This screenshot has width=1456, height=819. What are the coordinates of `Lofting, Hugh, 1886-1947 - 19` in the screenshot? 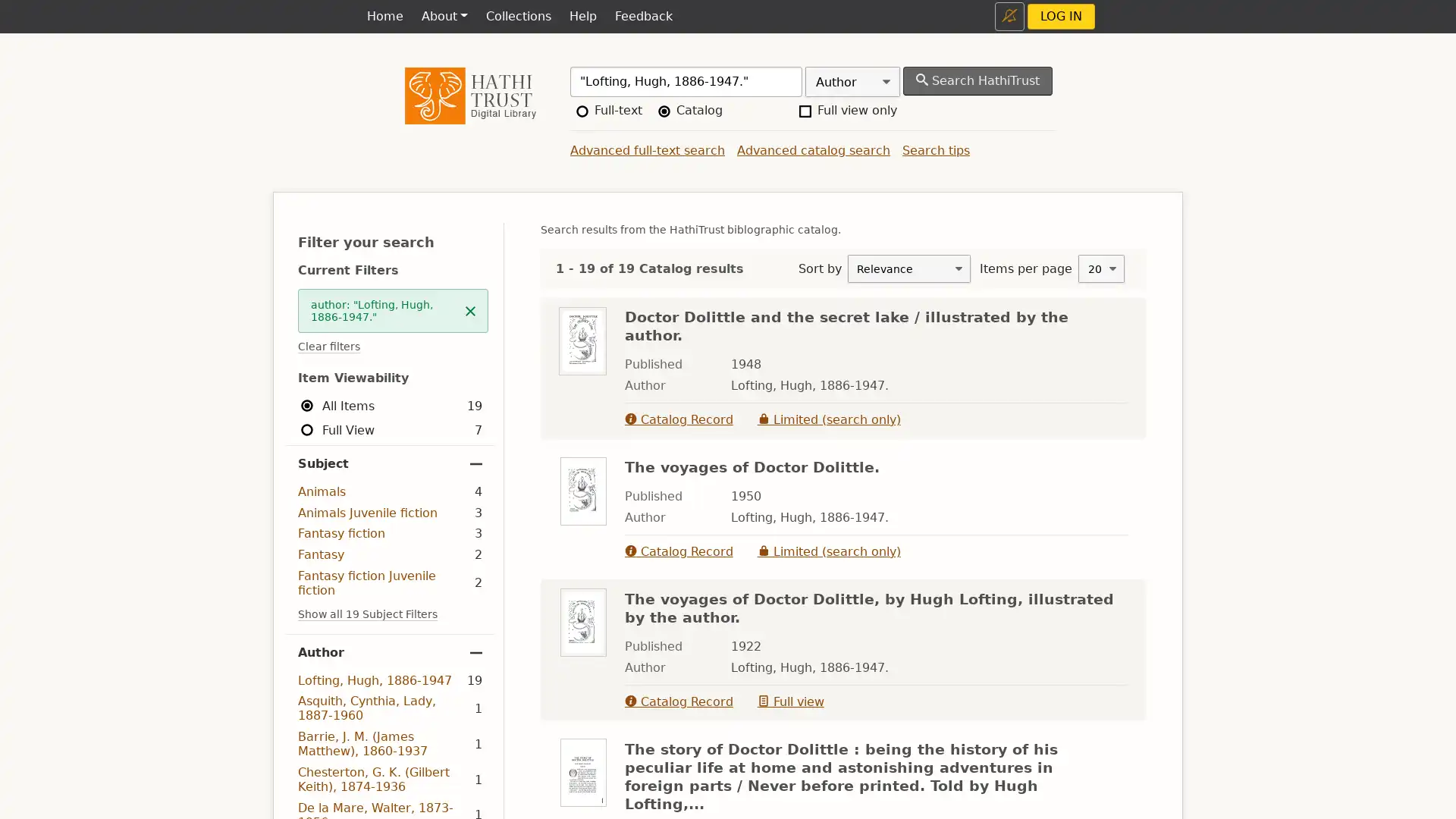 It's located at (390, 679).